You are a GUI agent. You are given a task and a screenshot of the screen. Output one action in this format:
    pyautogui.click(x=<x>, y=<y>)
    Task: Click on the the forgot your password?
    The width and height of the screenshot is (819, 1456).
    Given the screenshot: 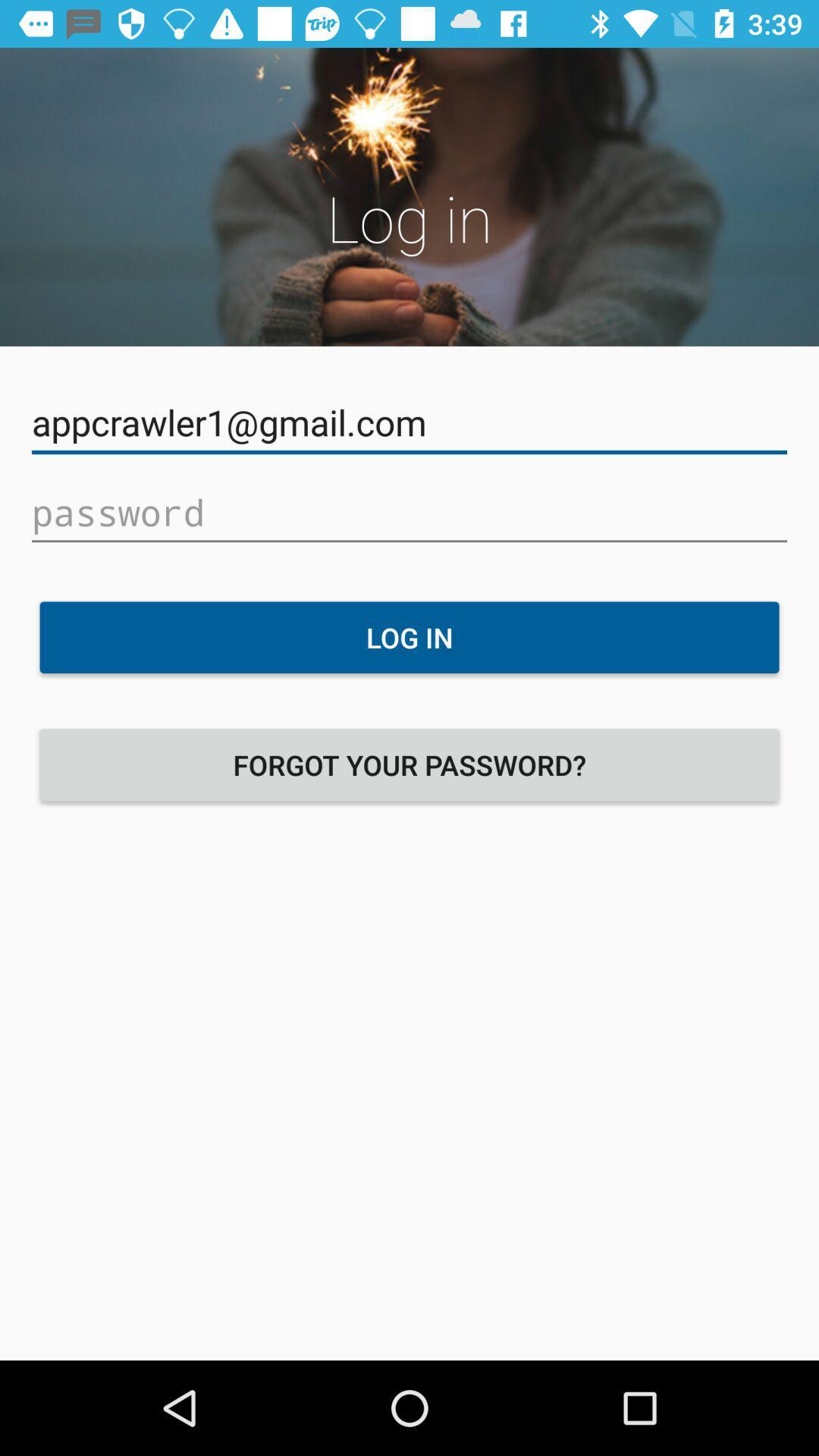 What is the action you would take?
    pyautogui.click(x=409, y=764)
    